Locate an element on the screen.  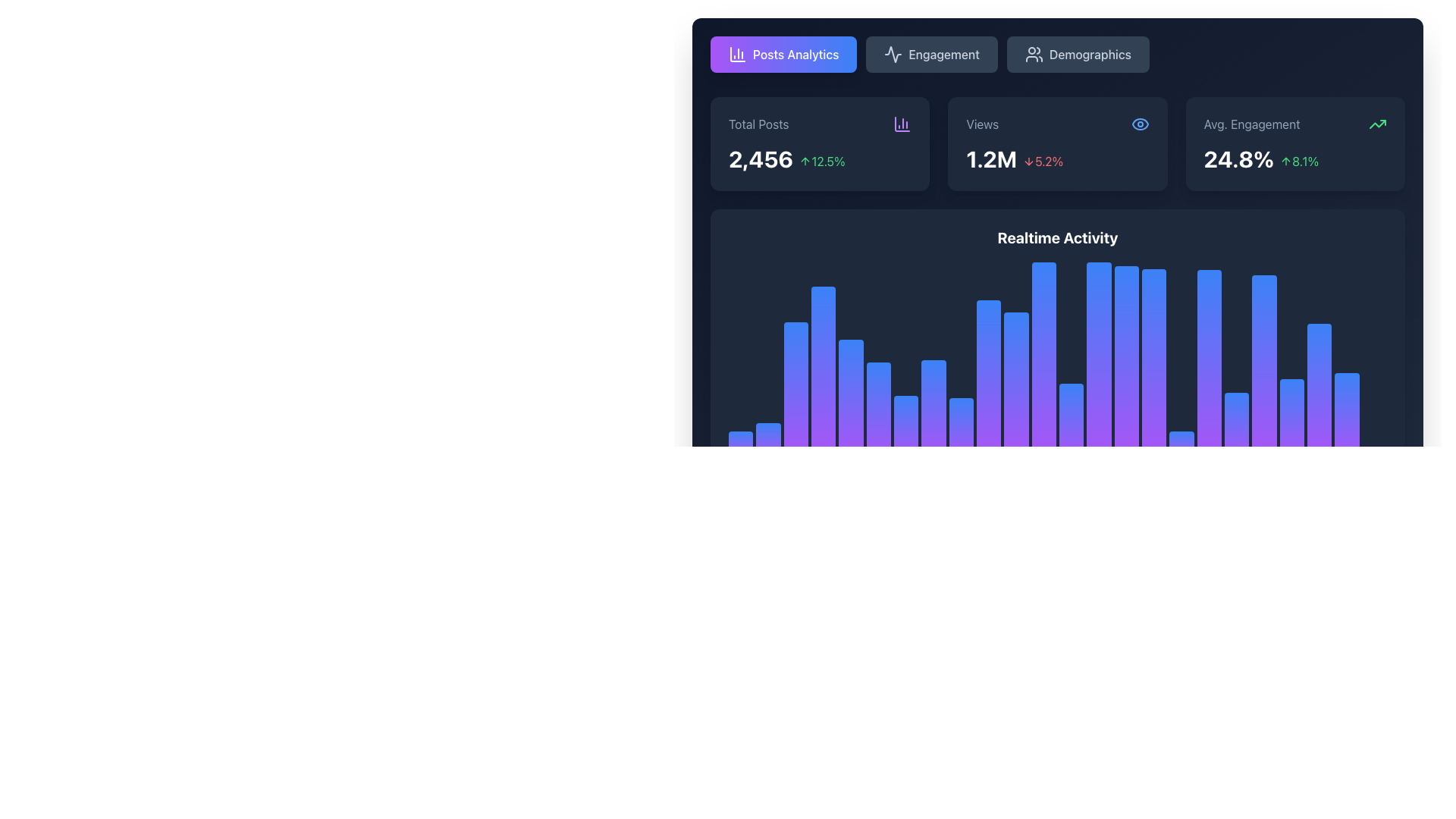
the upward arrow icon located in the 'Total Posts' card to use its associated data for interpretation is located at coordinates (805, 161).